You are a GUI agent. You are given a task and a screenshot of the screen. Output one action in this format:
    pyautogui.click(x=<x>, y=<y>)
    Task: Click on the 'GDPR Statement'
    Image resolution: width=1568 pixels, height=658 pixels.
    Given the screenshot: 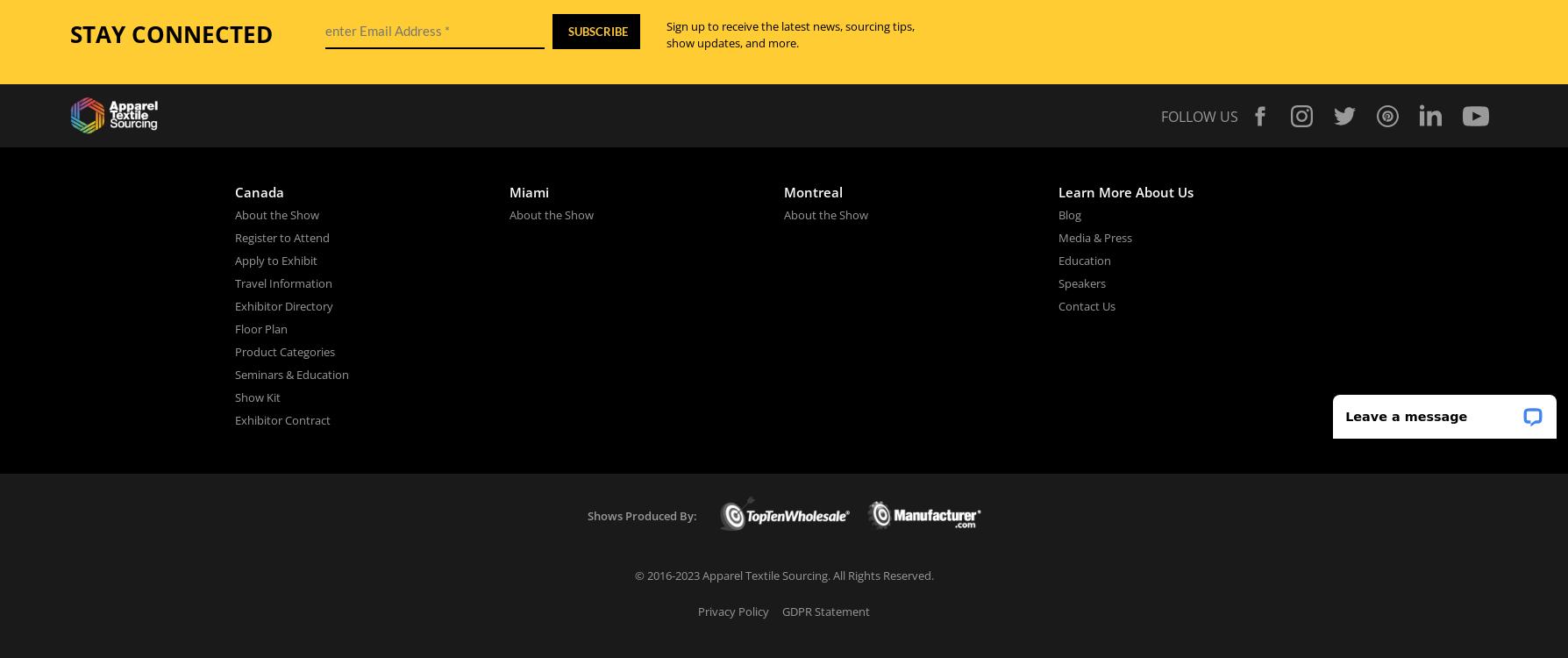 What is the action you would take?
    pyautogui.click(x=825, y=610)
    